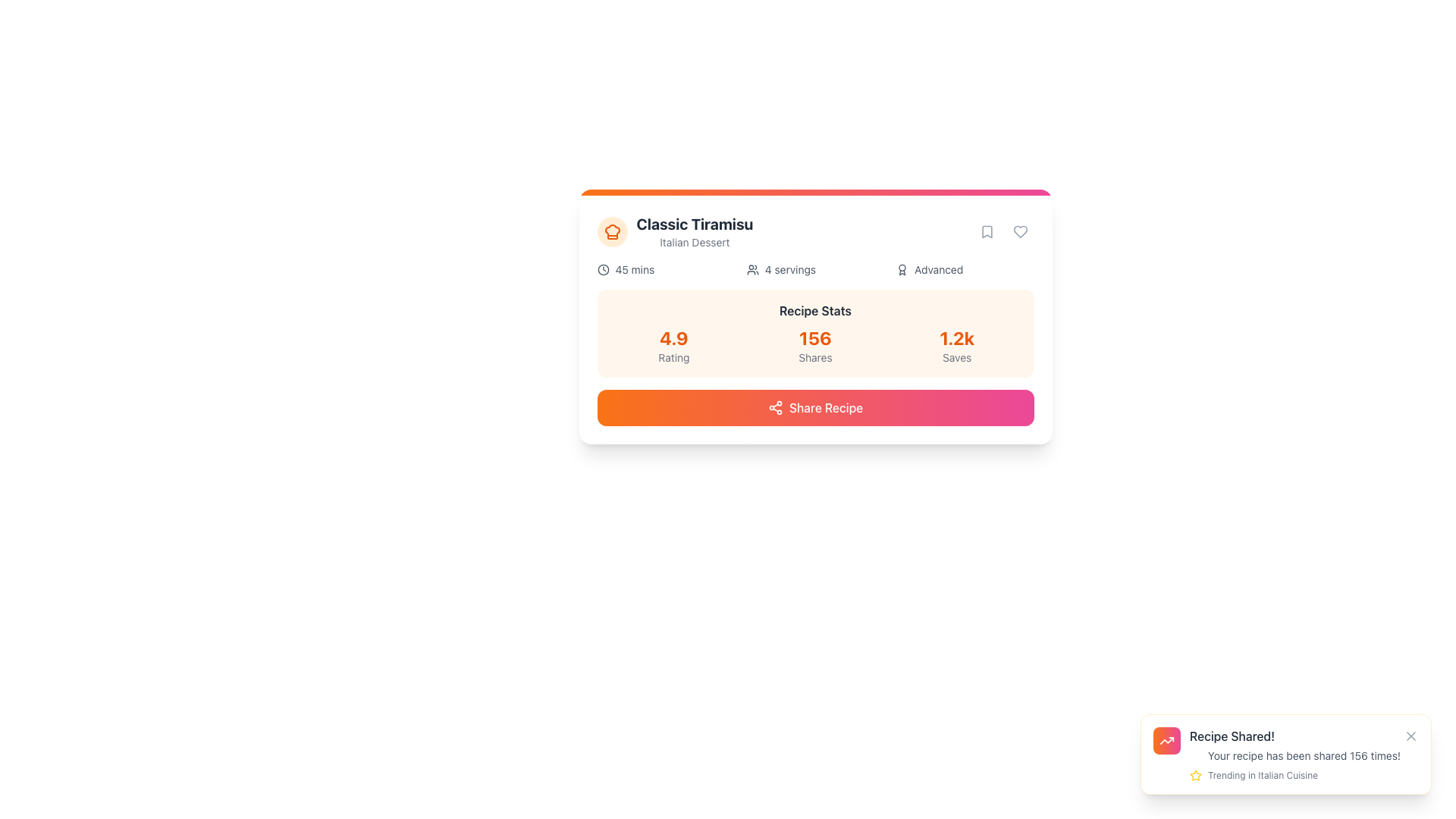 The width and height of the screenshot is (1456, 819). Describe the element at coordinates (1263, 775) in the screenshot. I see `text label that reads 'Trending in Italian Cuisine', located within the notification-style card at the bottom-right corner of the interface, for additional information` at that location.